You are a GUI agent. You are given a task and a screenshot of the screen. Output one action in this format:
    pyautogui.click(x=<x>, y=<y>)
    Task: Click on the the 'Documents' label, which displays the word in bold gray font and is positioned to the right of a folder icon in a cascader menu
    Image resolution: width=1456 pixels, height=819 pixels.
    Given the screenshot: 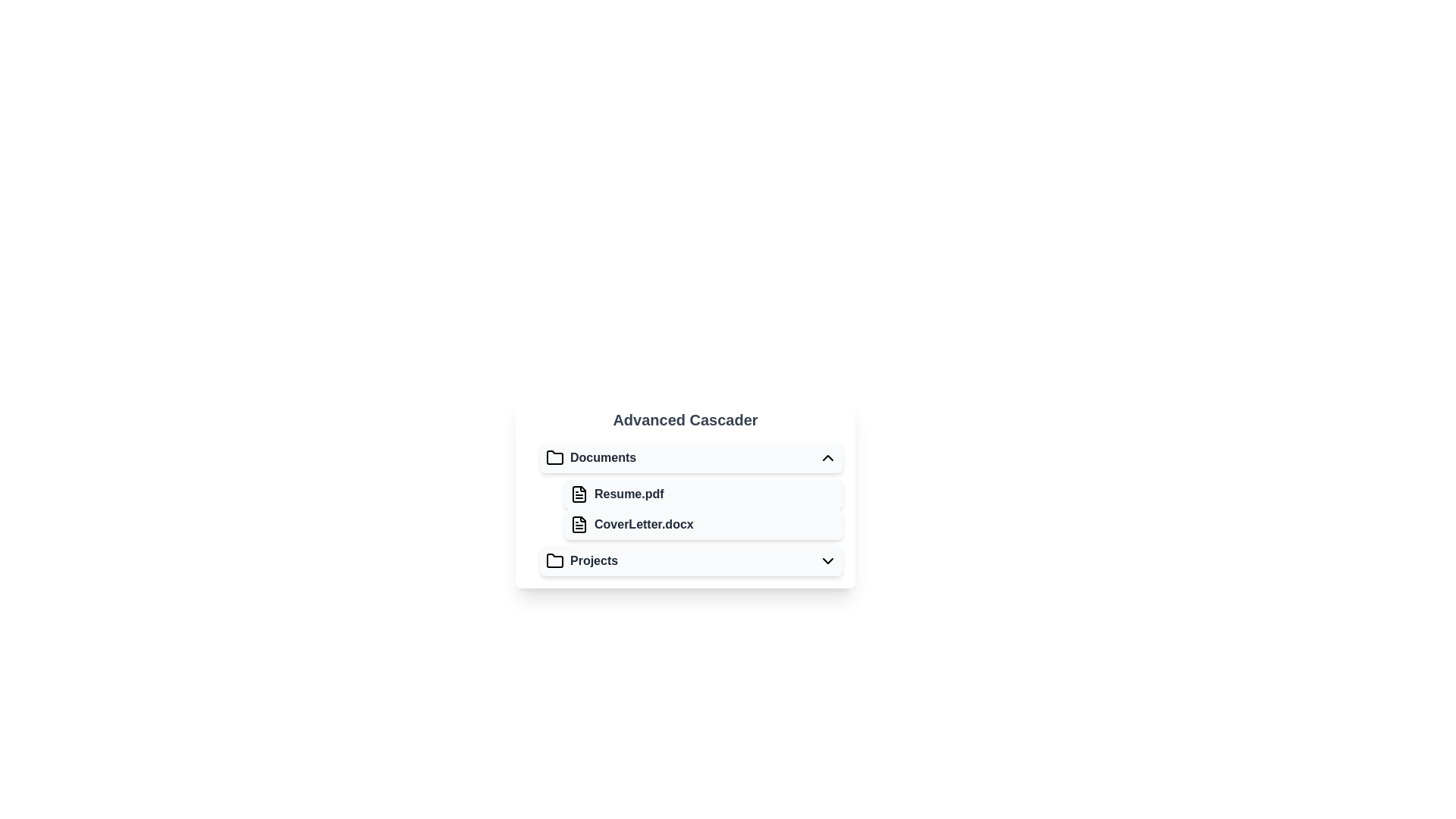 What is the action you would take?
    pyautogui.click(x=602, y=457)
    